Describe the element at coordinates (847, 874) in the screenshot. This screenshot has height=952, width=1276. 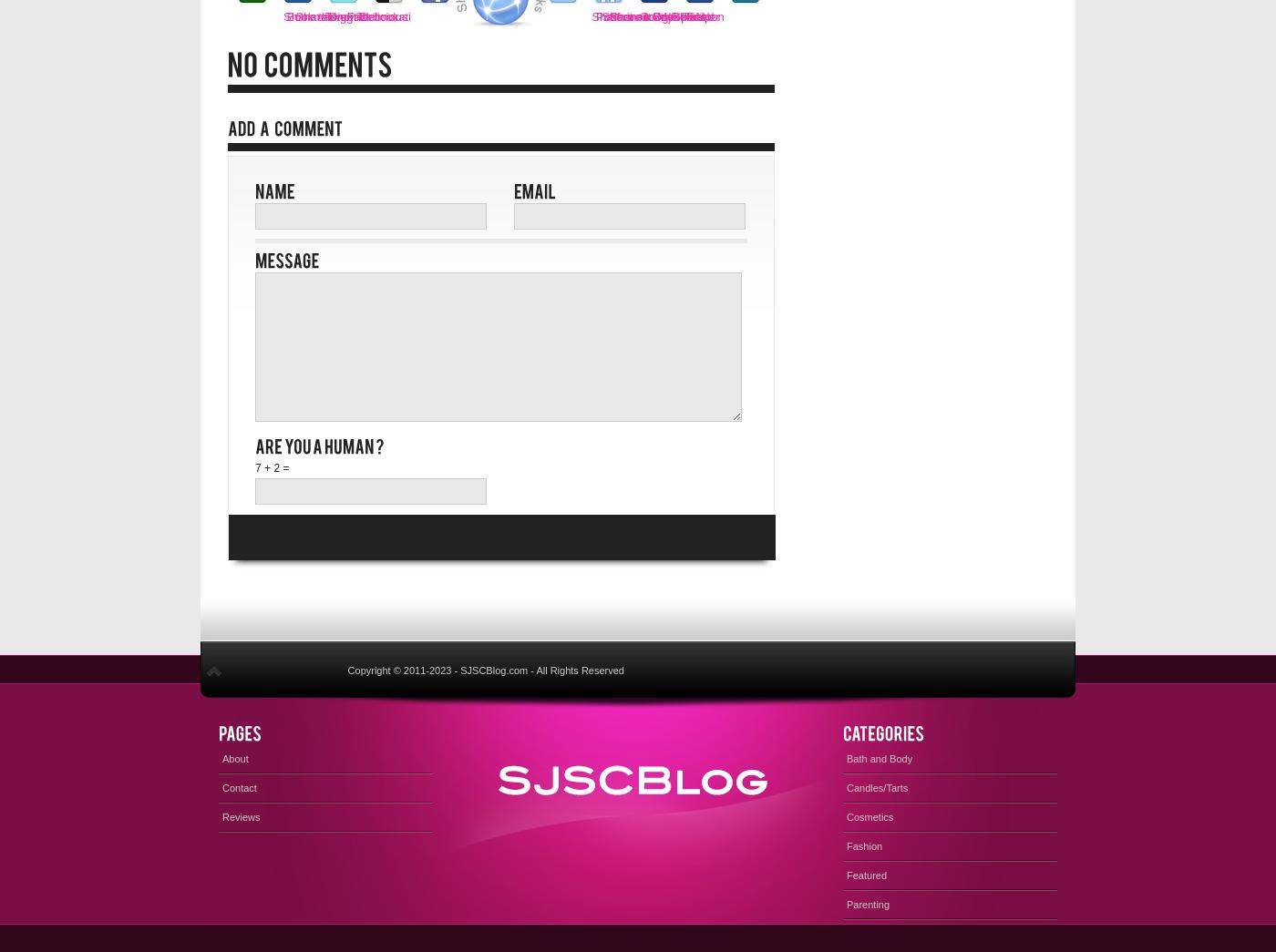
I see `'Featured'` at that location.